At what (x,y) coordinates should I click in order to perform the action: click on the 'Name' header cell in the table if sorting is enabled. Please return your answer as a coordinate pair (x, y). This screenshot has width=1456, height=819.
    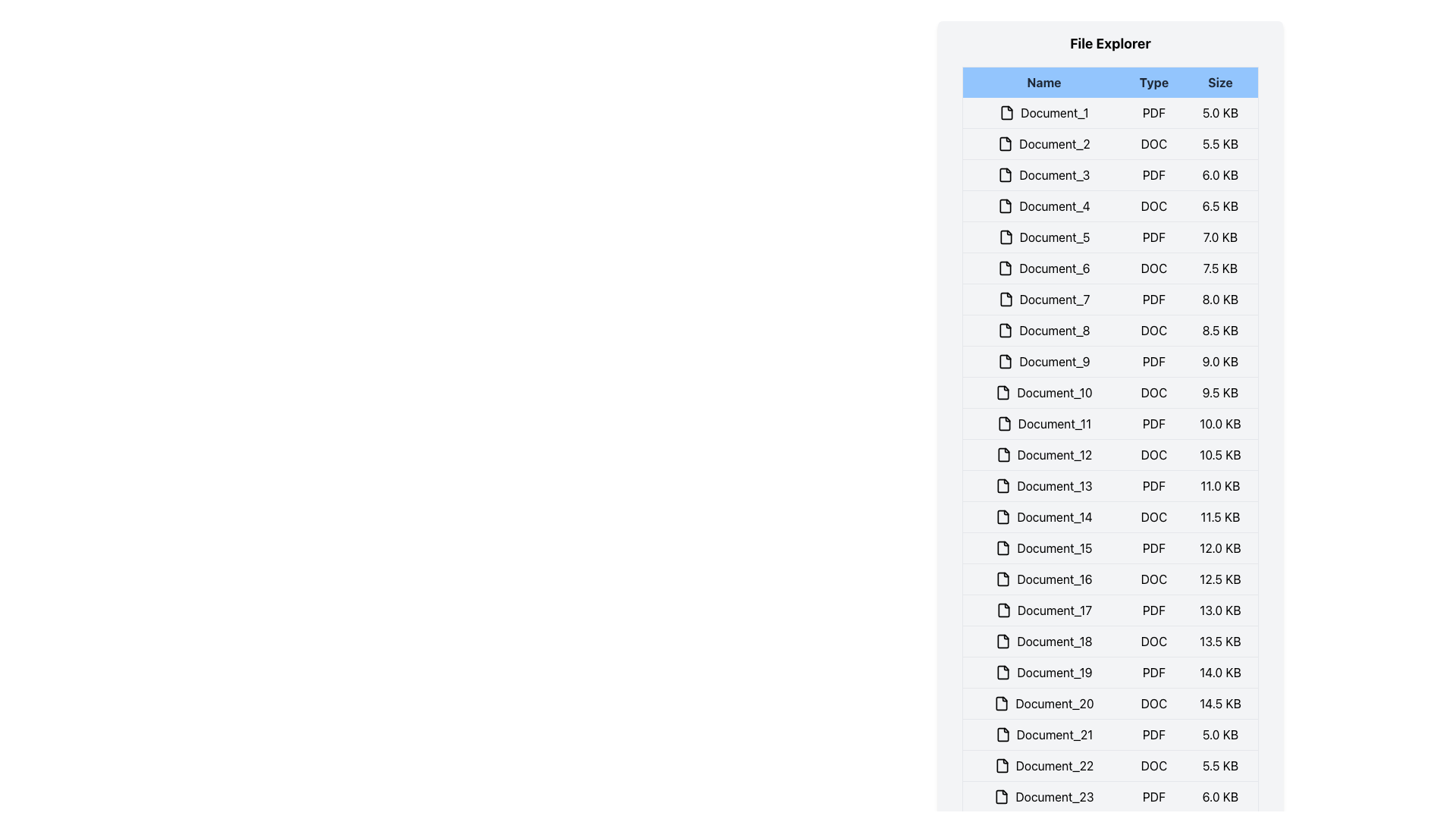
    Looking at the image, I should click on (1043, 82).